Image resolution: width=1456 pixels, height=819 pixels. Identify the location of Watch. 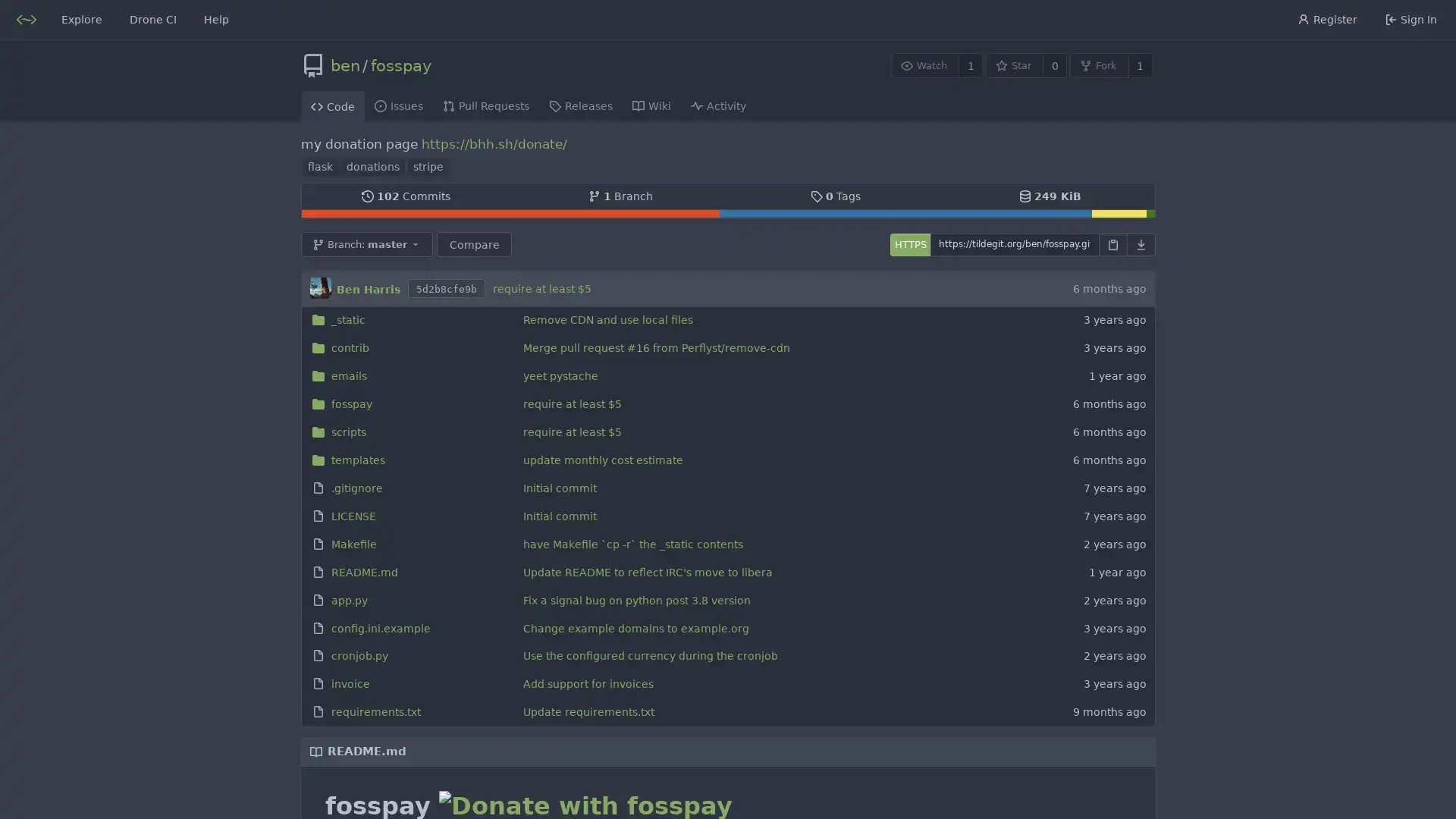
(924, 64).